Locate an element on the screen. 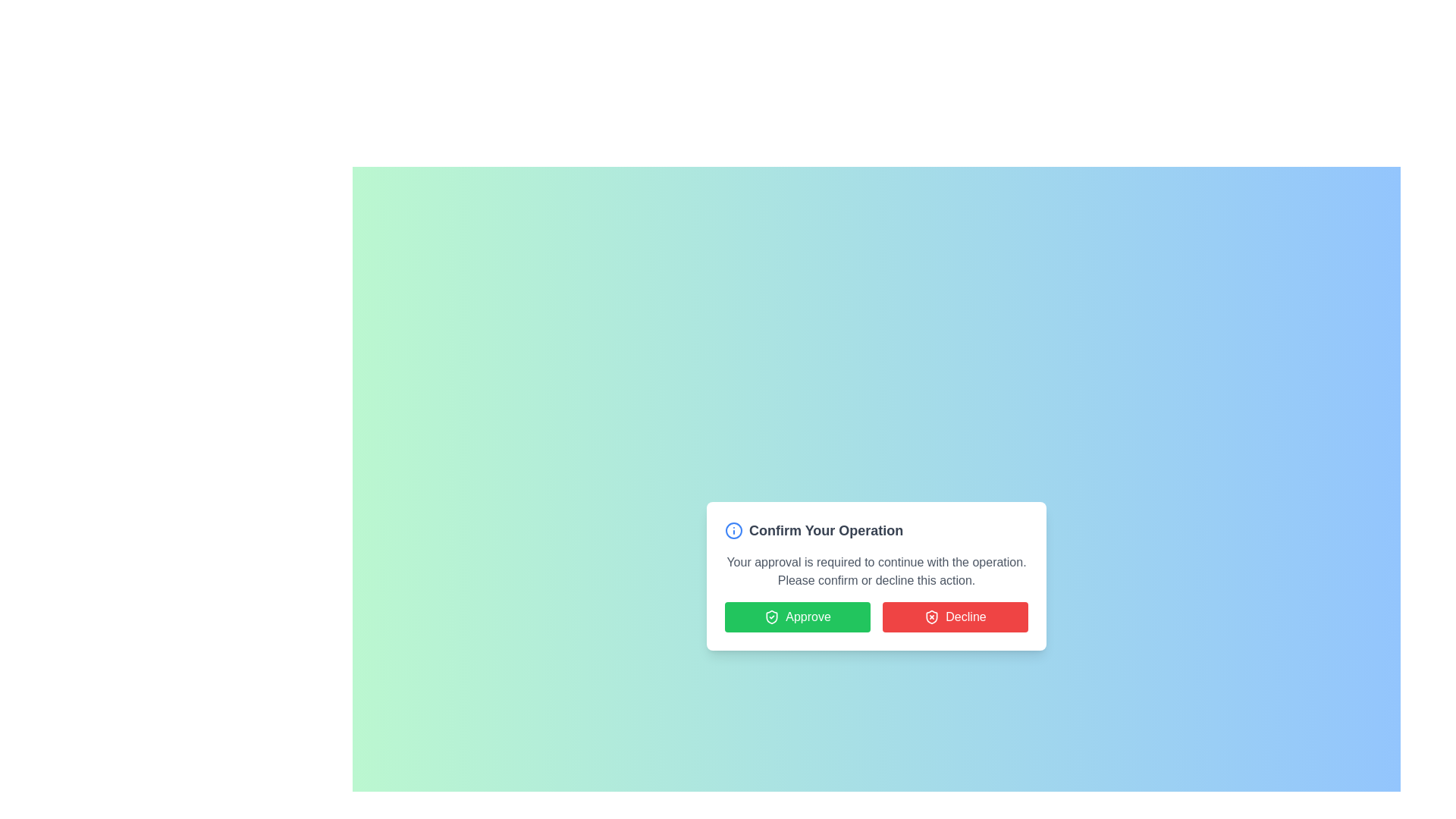  the Decorative Icon located immediately to the left of the title text 'Confirm Your Operation' in the confirmation dialog box is located at coordinates (734, 529).